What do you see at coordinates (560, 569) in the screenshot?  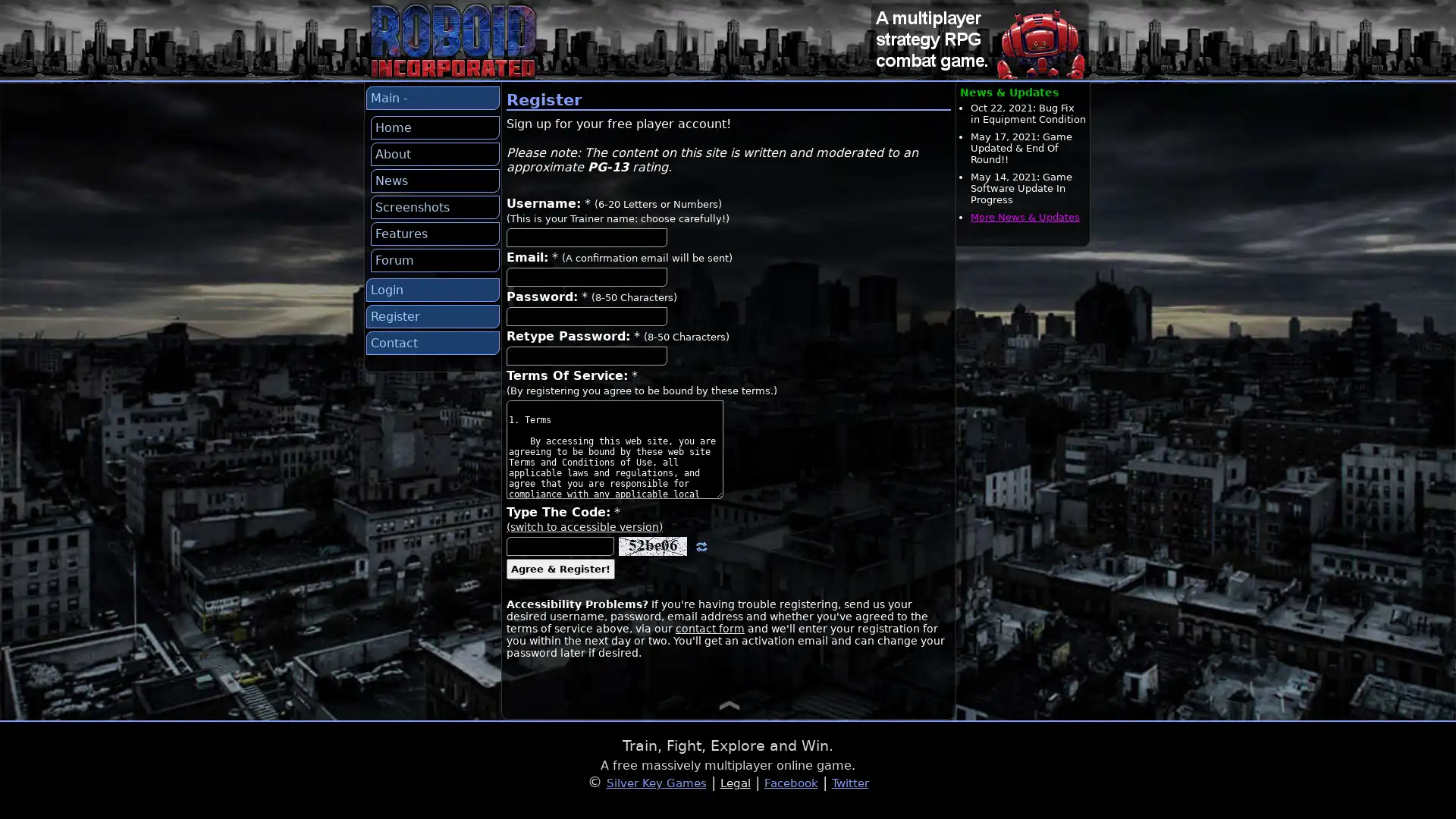 I see `Agree & Register!` at bounding box center [560, 569].